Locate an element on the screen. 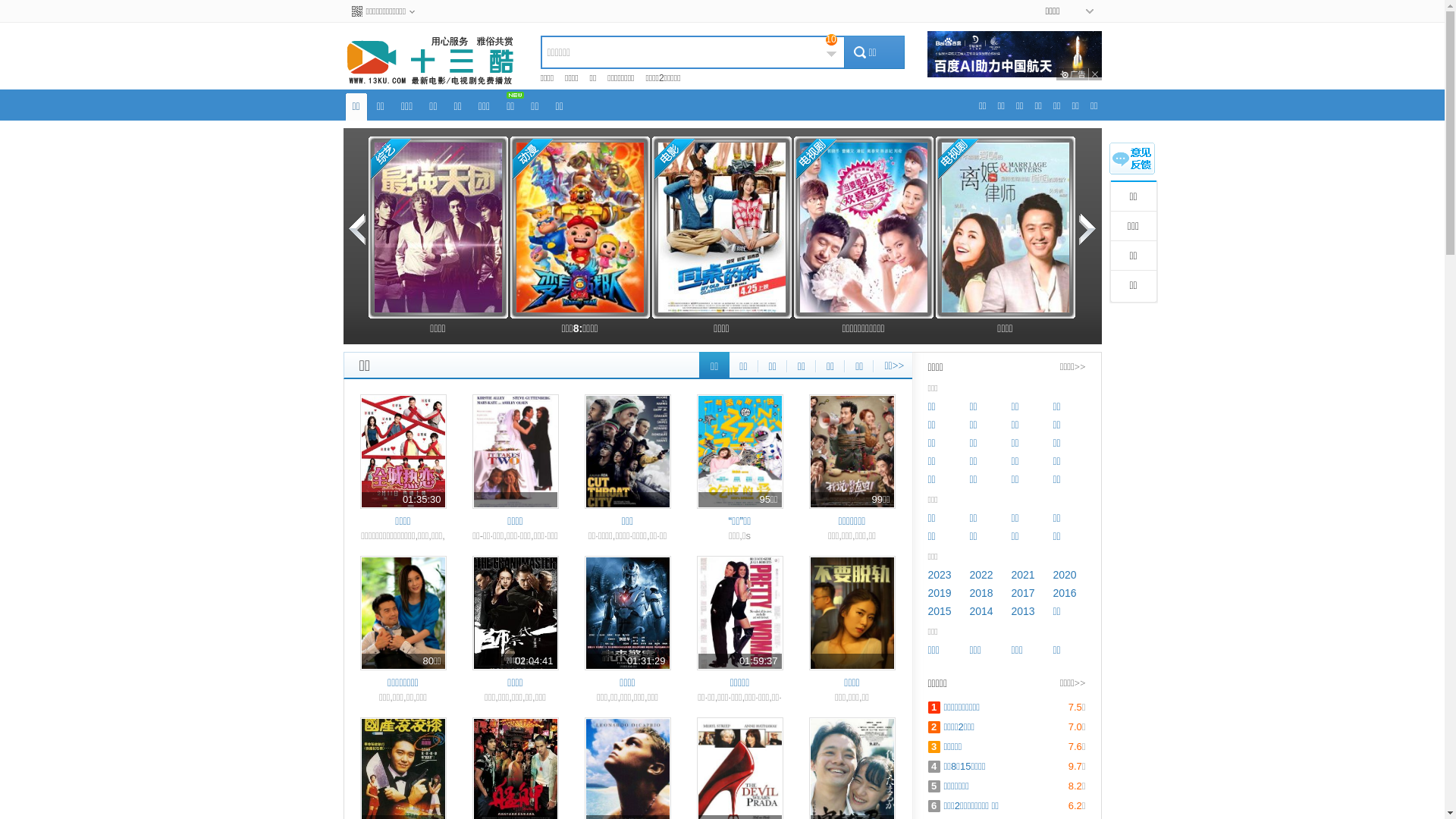  '2022' is located at coordinates (981, 575).